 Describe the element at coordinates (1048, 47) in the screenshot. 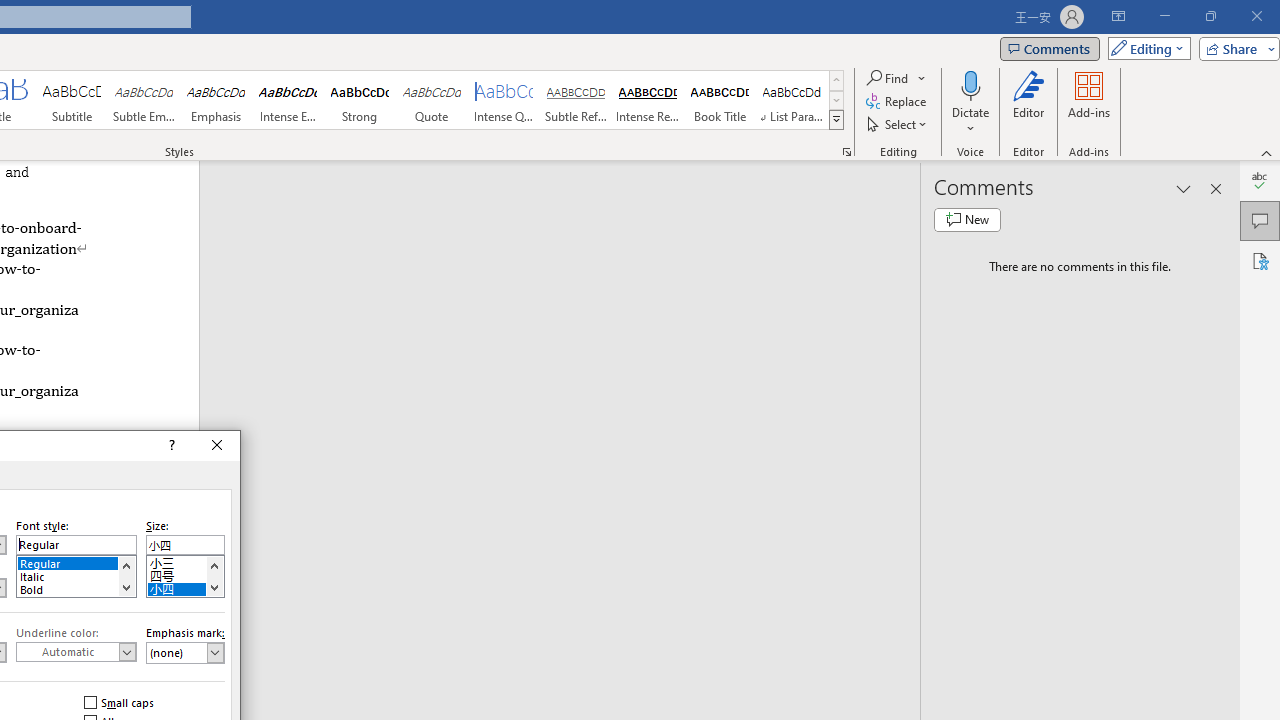

I see `'Comments'` at that location.